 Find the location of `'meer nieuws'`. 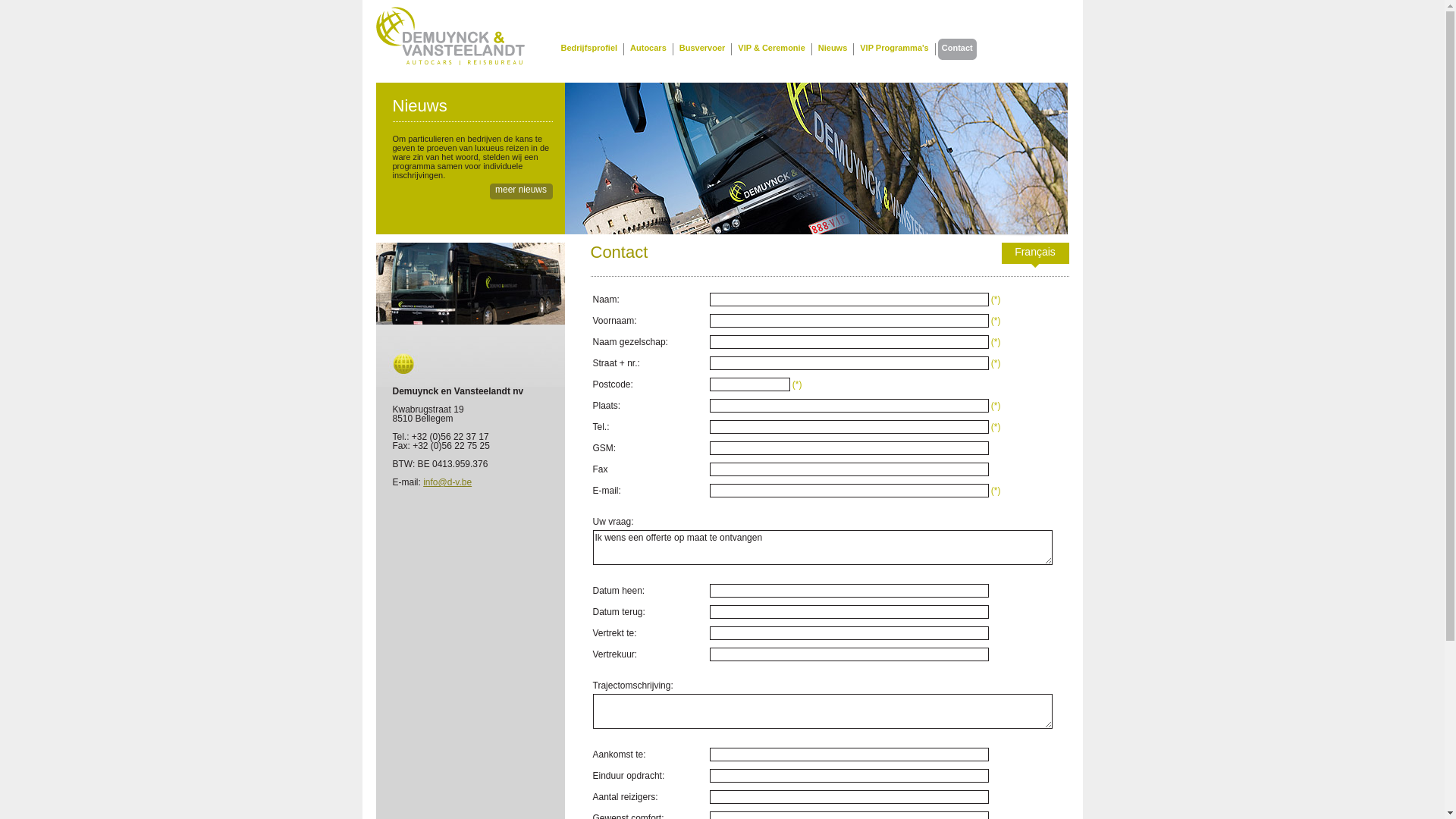

'meer nieuws' is located at coordinates (521, 190).